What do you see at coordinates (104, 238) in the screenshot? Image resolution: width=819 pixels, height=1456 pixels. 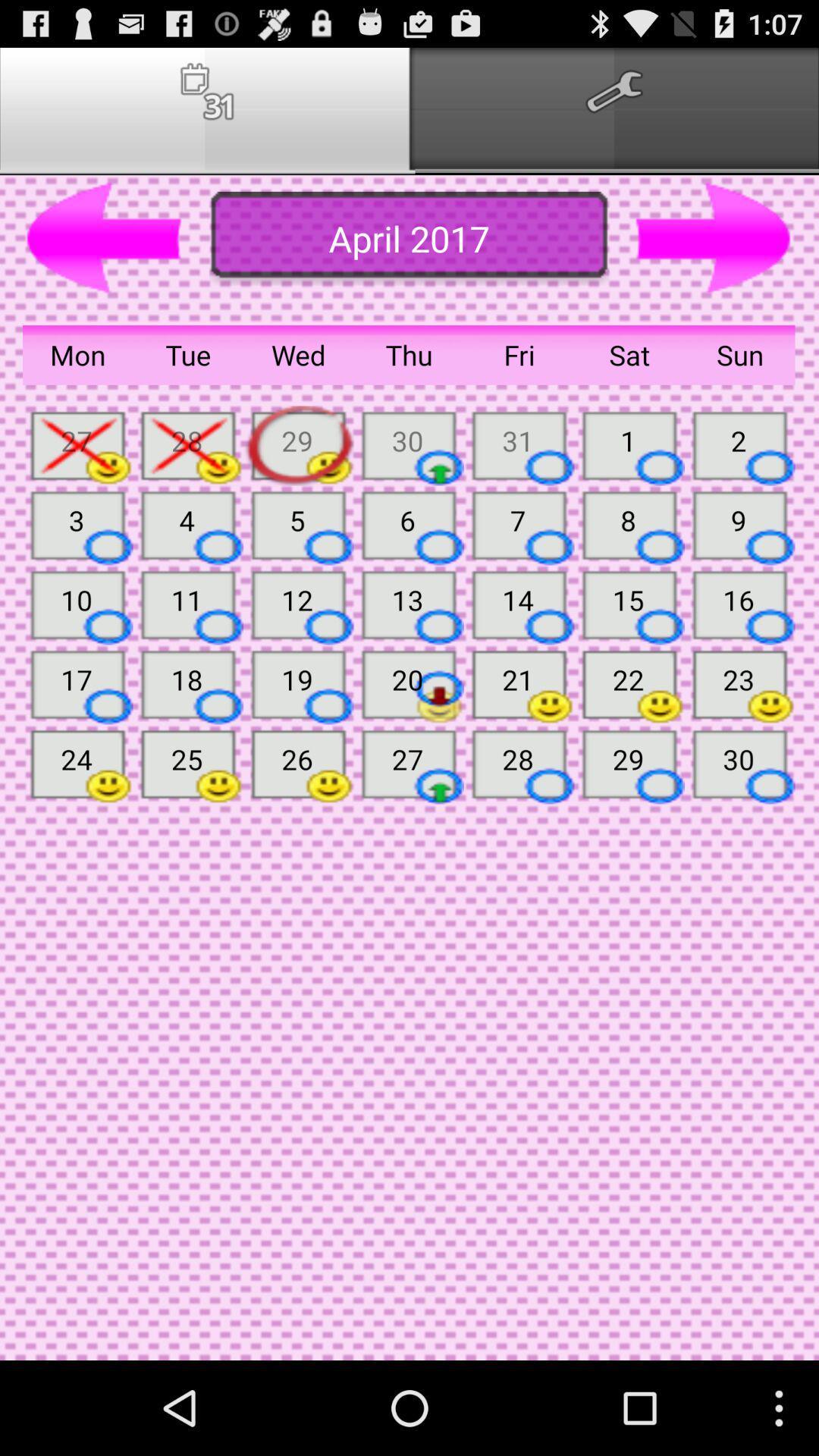 I see `preview button` at bounding box center [104, 238].